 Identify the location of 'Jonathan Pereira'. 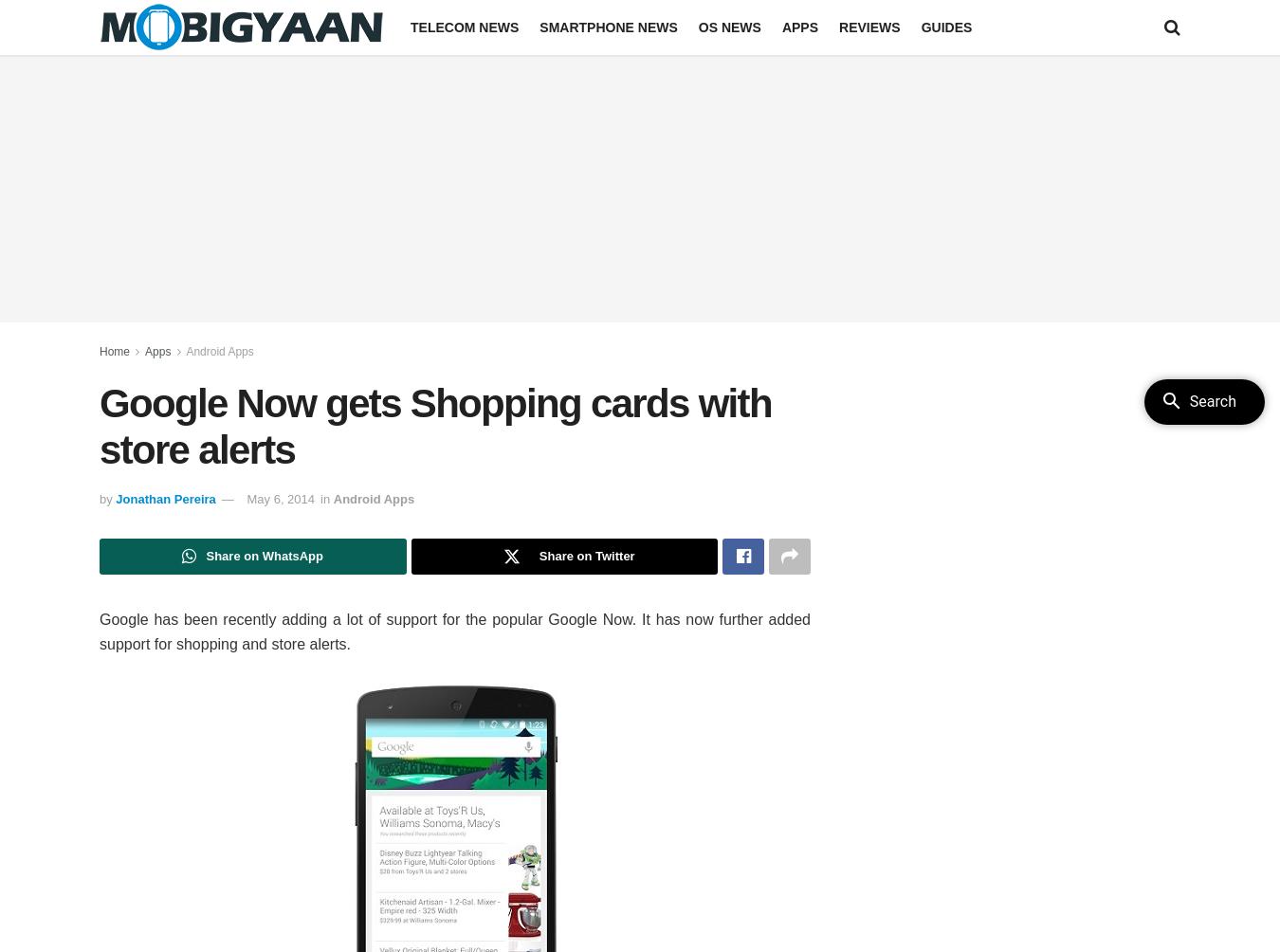
(116, 498).